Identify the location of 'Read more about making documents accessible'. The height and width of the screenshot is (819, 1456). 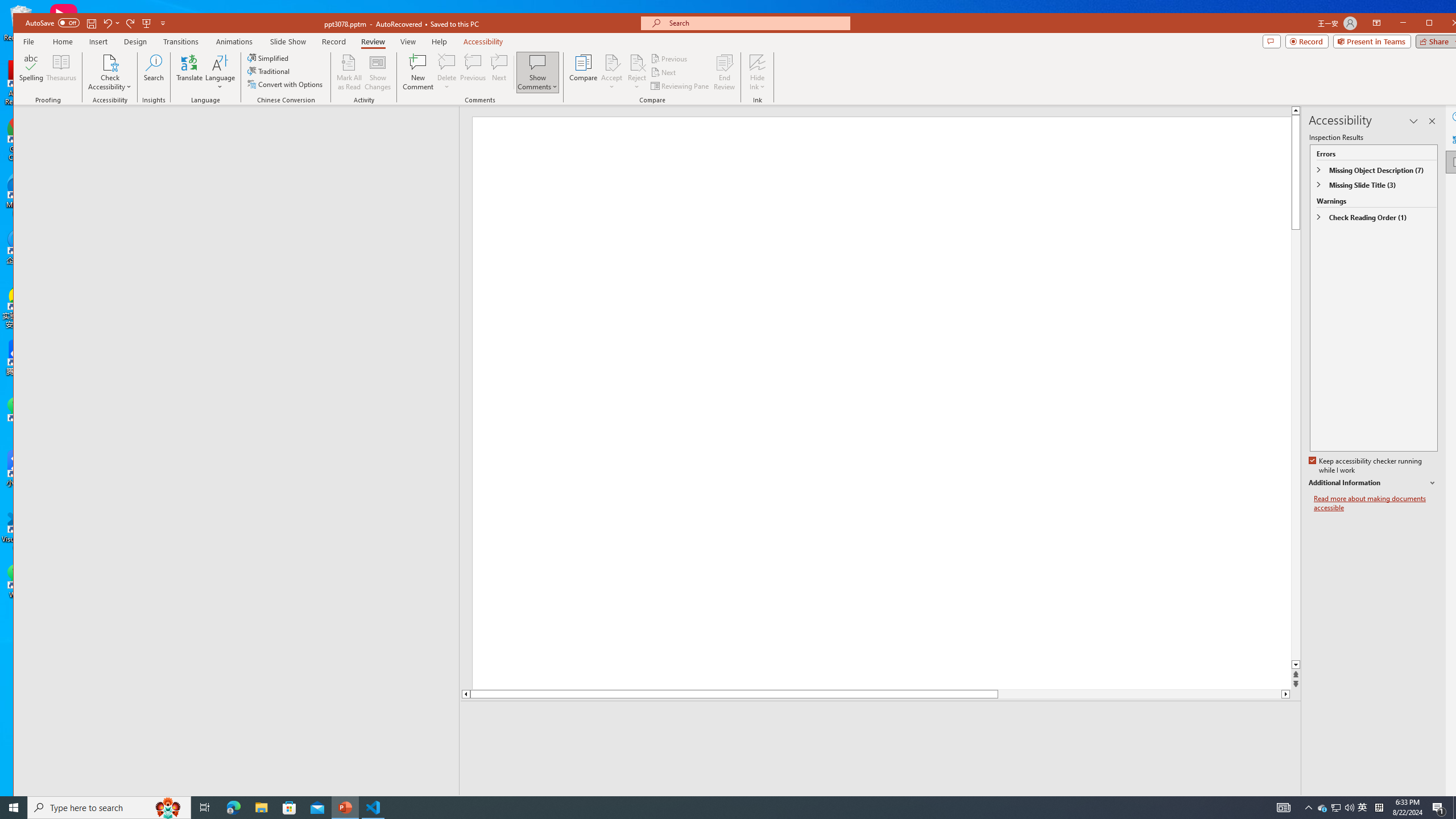
(1375, 503).